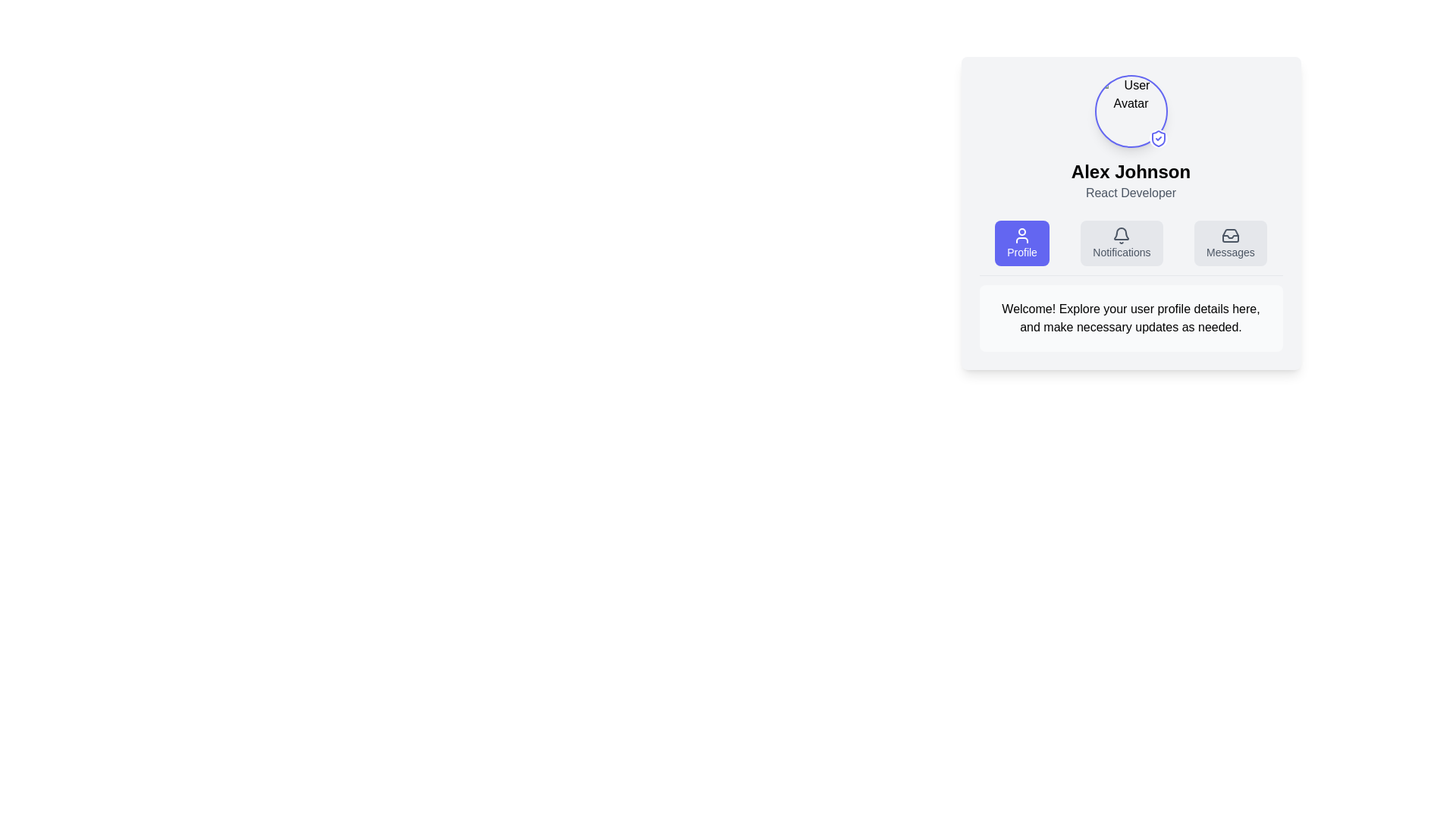  What do you see at coordinates (1122, 236) in the screenshot?
I see `the bell icon located within the 'Notifications' button, which is styled with rounded corners and a light gray background. The icon is minimalistic and dark gray, positioned centrally within the button` at bounding box center [1122, 236].